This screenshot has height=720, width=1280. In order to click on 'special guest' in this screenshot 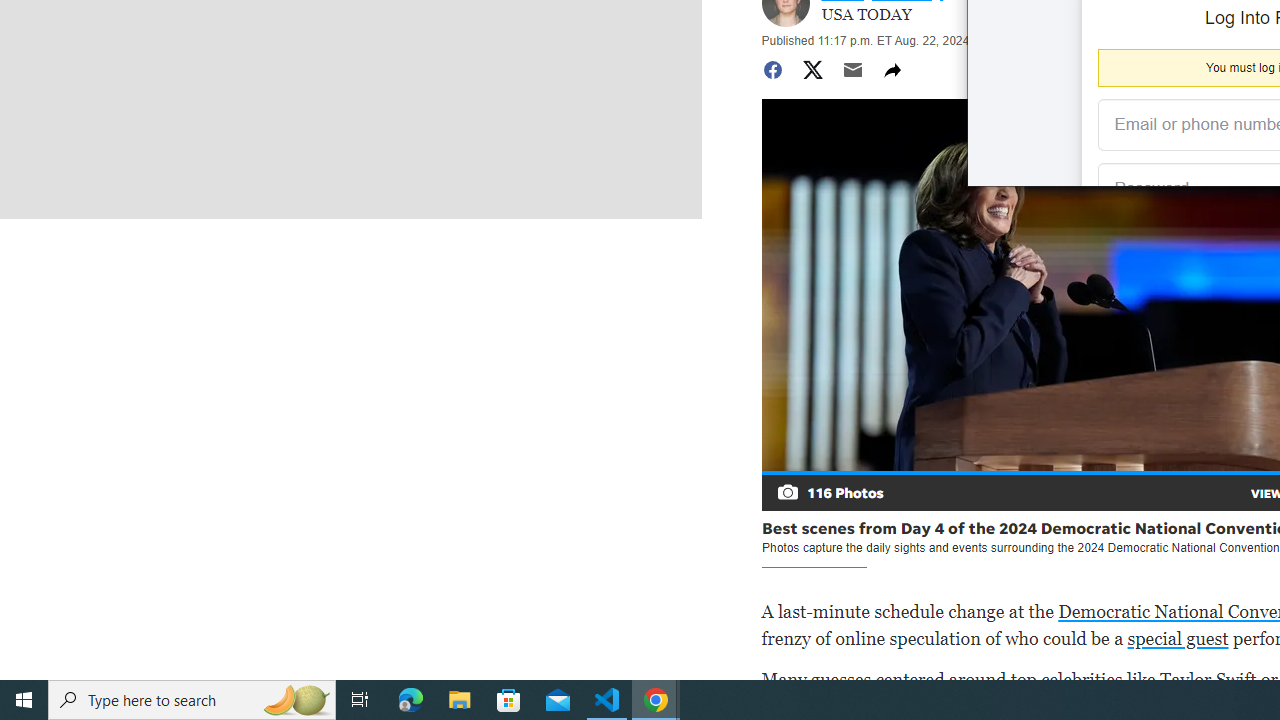, I will do `click(1177, 638)`.